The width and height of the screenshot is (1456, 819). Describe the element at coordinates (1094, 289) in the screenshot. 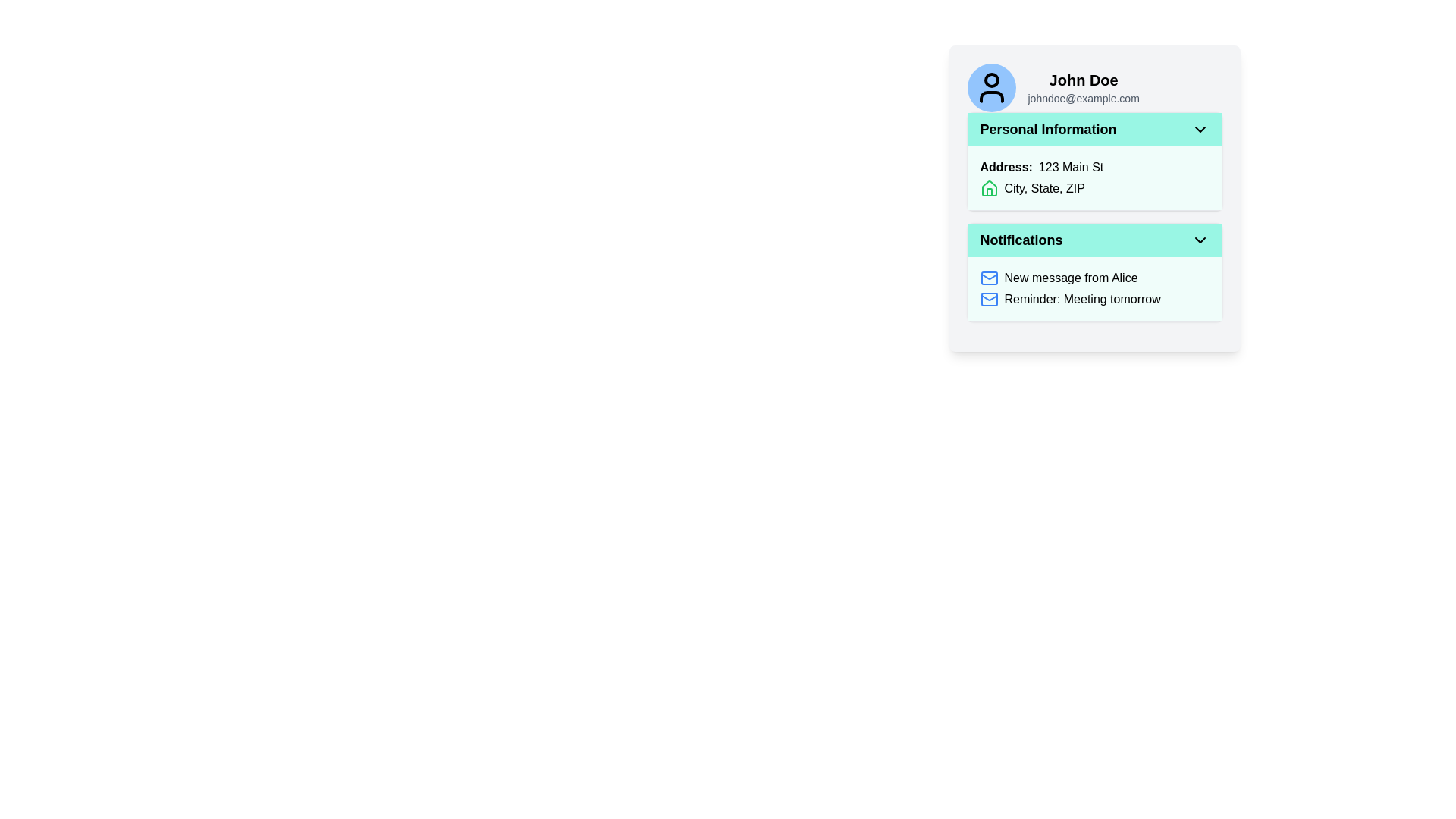

I see `displayed text from the Notification card located in the 'Notifications' section of the user information panel` at that location.